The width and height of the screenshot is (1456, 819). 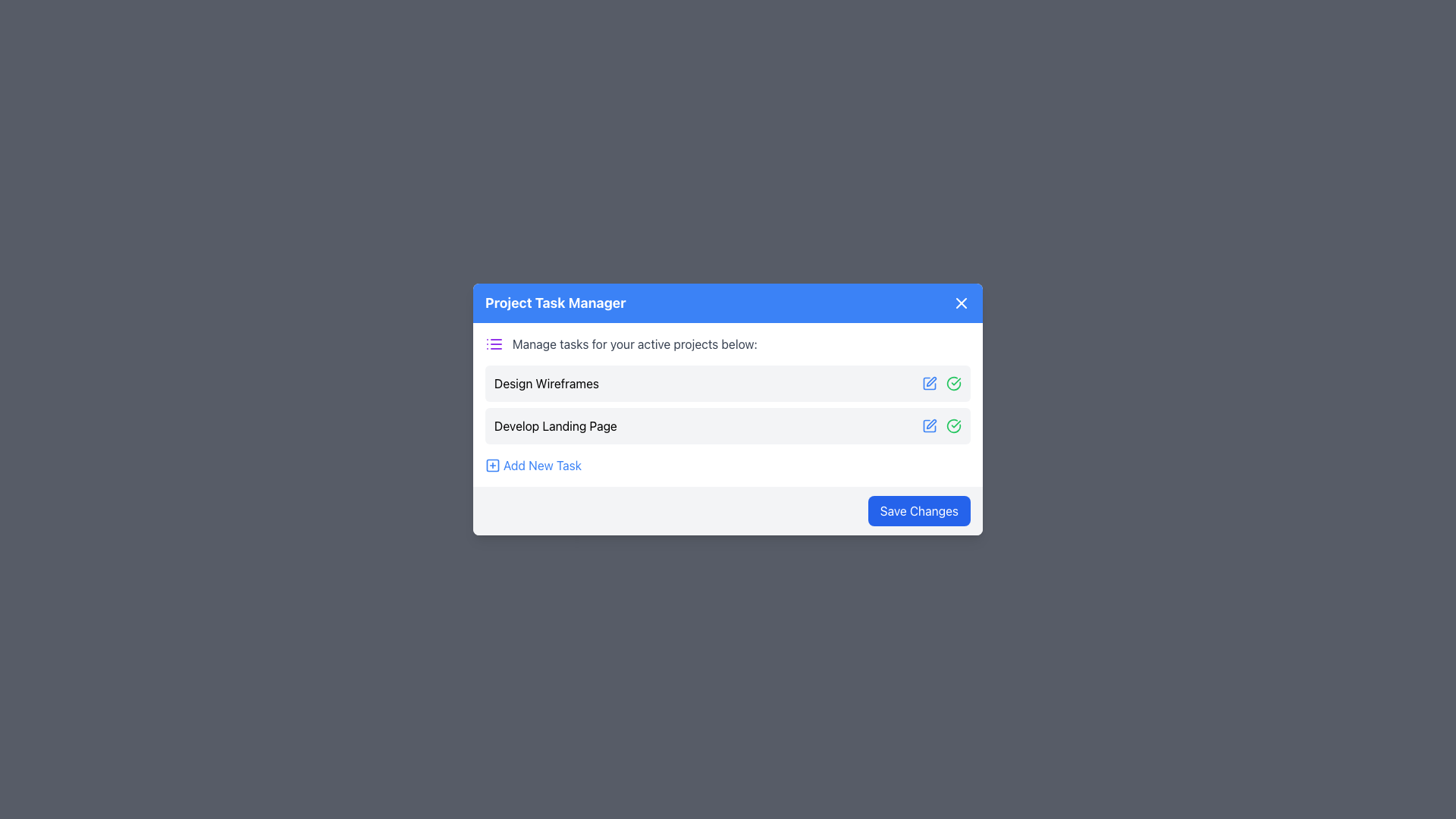 What do you see at coordinates (930, 424) in the screenshot?
I see `the edit icon button (pen-like icon) located in the second row of the task list, to the right of 'Develop Landing Page'` at bounding box center [930, 424].